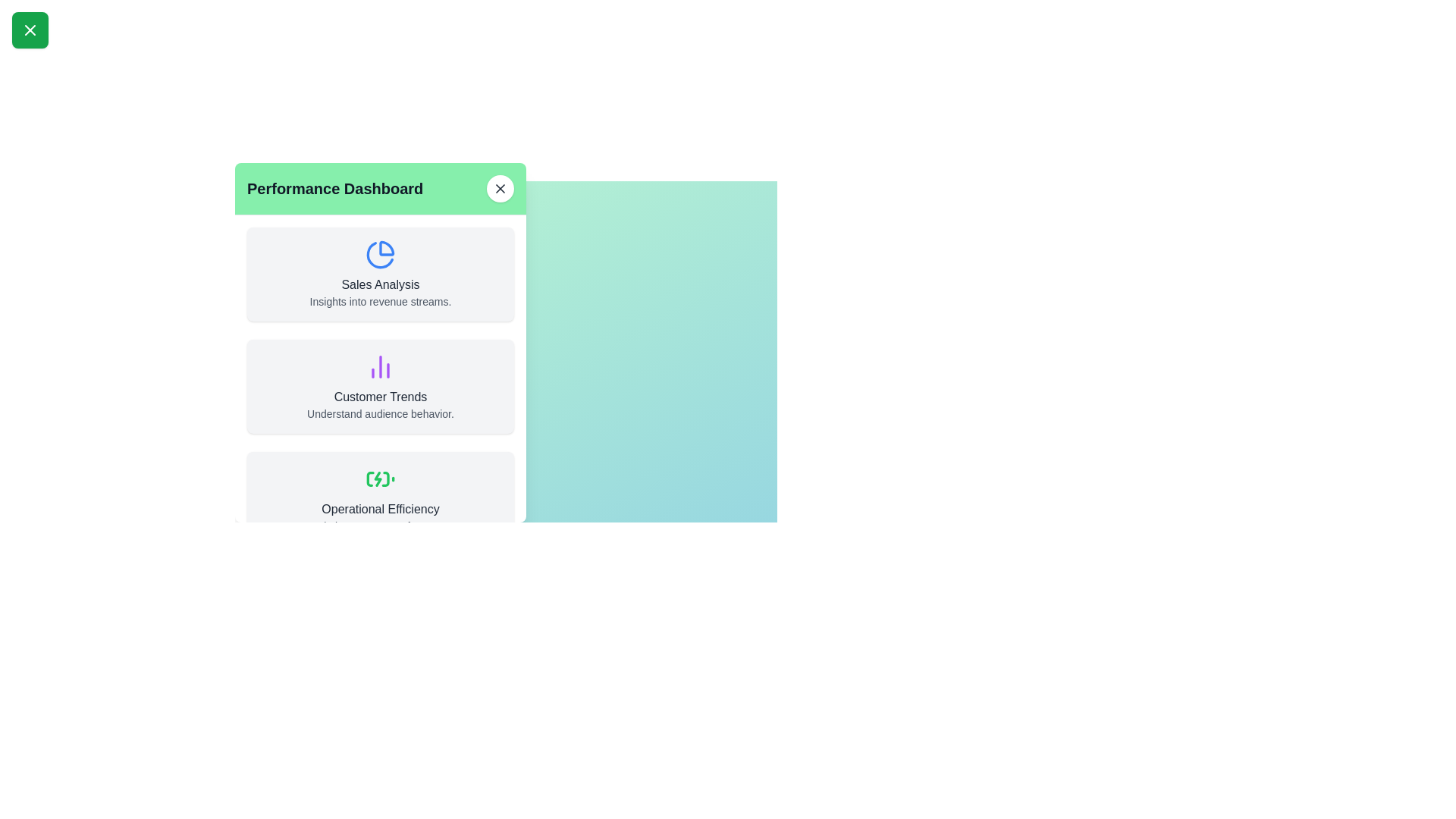 The width and height of the screenshot is (1456, 819). Describe the element at coordinates (381, 275) in the screenshot. I see `the 'Sales Analysis' card, which is the first element in the vertical list below the 'Performance Dashboard' header` at that location.